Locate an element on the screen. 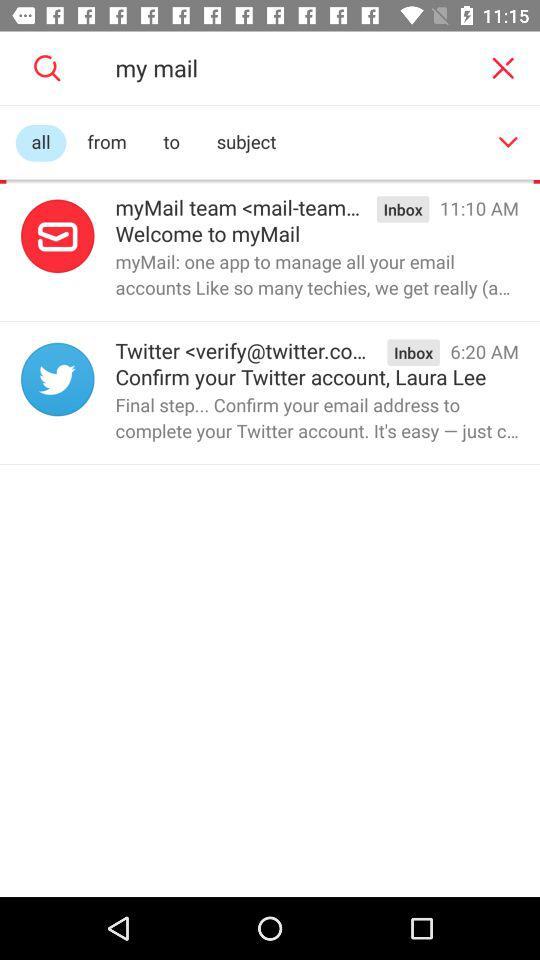  the item next to to is located at coordinates (246, 142).